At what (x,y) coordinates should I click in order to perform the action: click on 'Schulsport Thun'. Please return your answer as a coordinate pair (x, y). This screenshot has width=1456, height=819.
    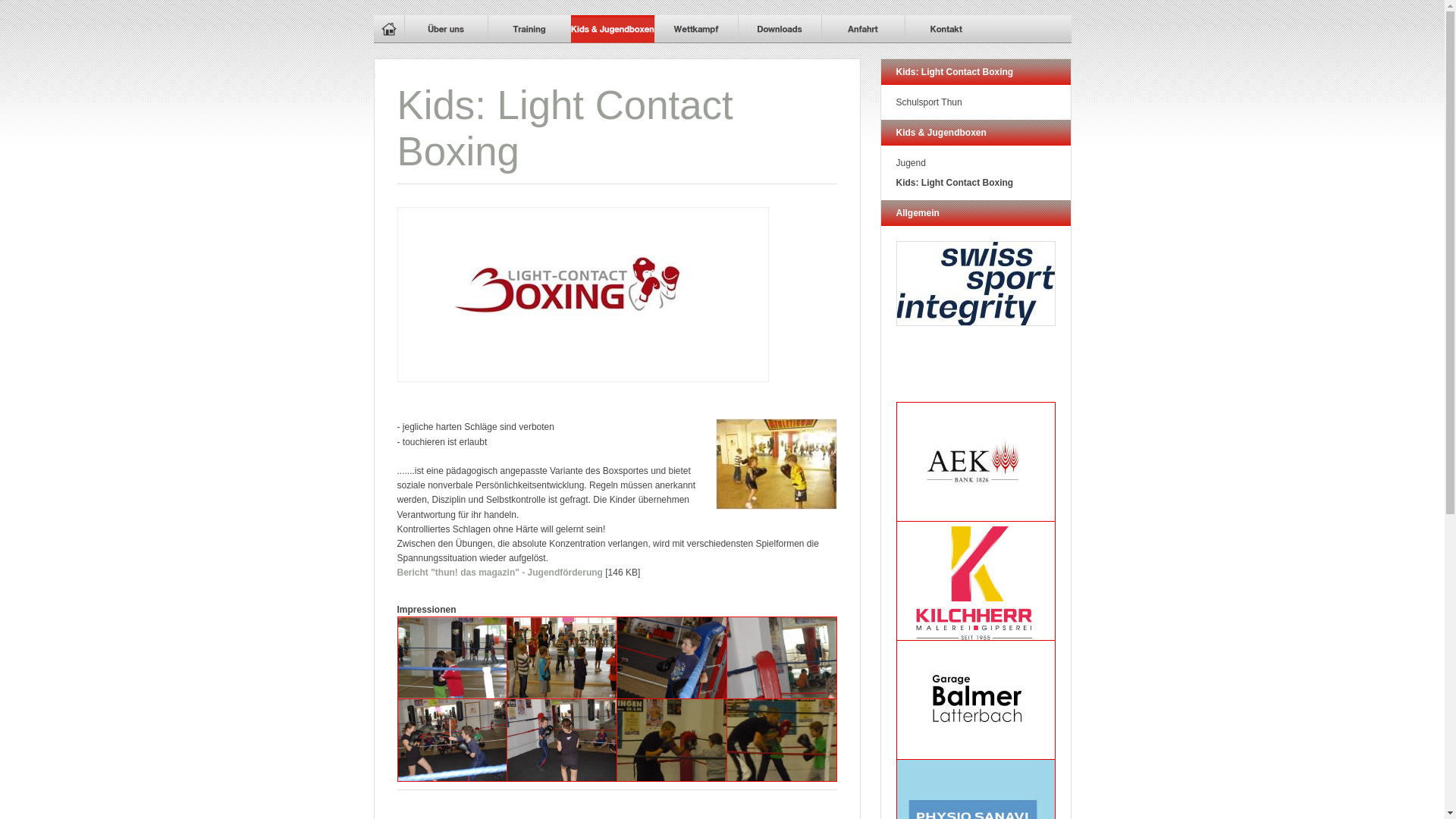
    Looking at the image, I should click on (975, 102).